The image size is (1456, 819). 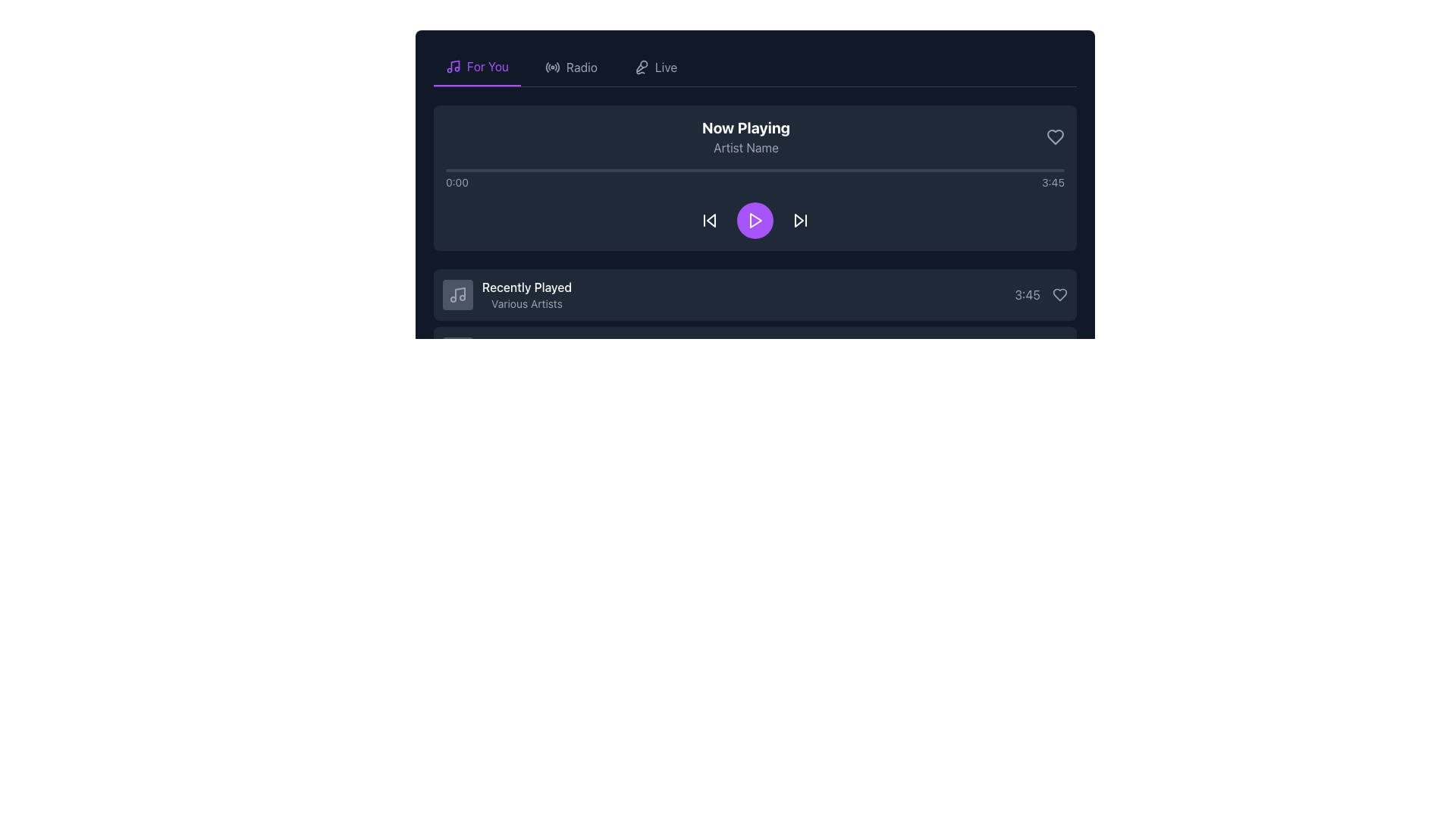 I want to click on the 'skip forward' button represented by the SVG graphical component, which is located between the central play button and another vertical line icon, so click(x=799, y=220).